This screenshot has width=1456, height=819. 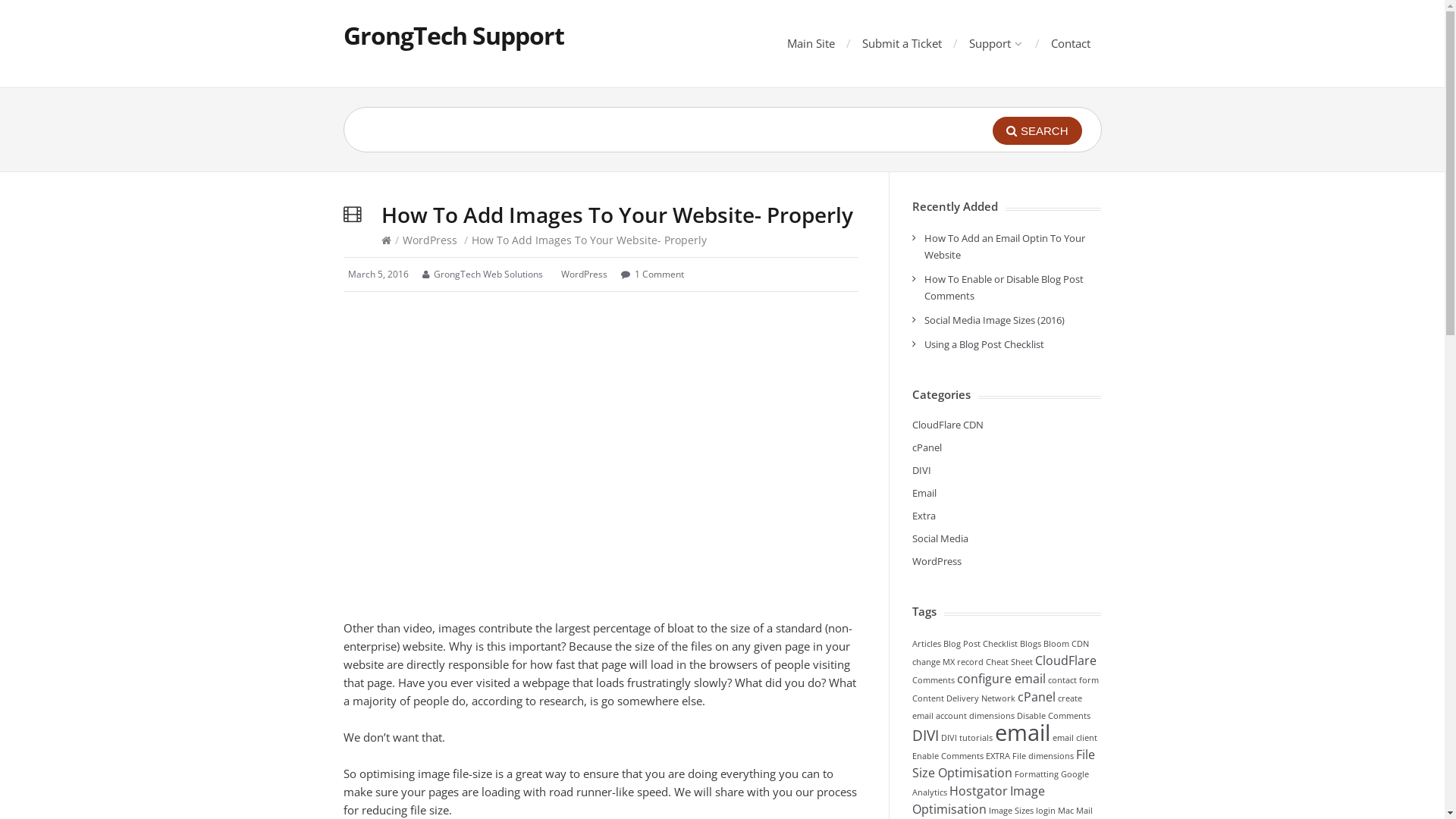 I want to click on 'File dimensions', so click(x=1041, y=755).